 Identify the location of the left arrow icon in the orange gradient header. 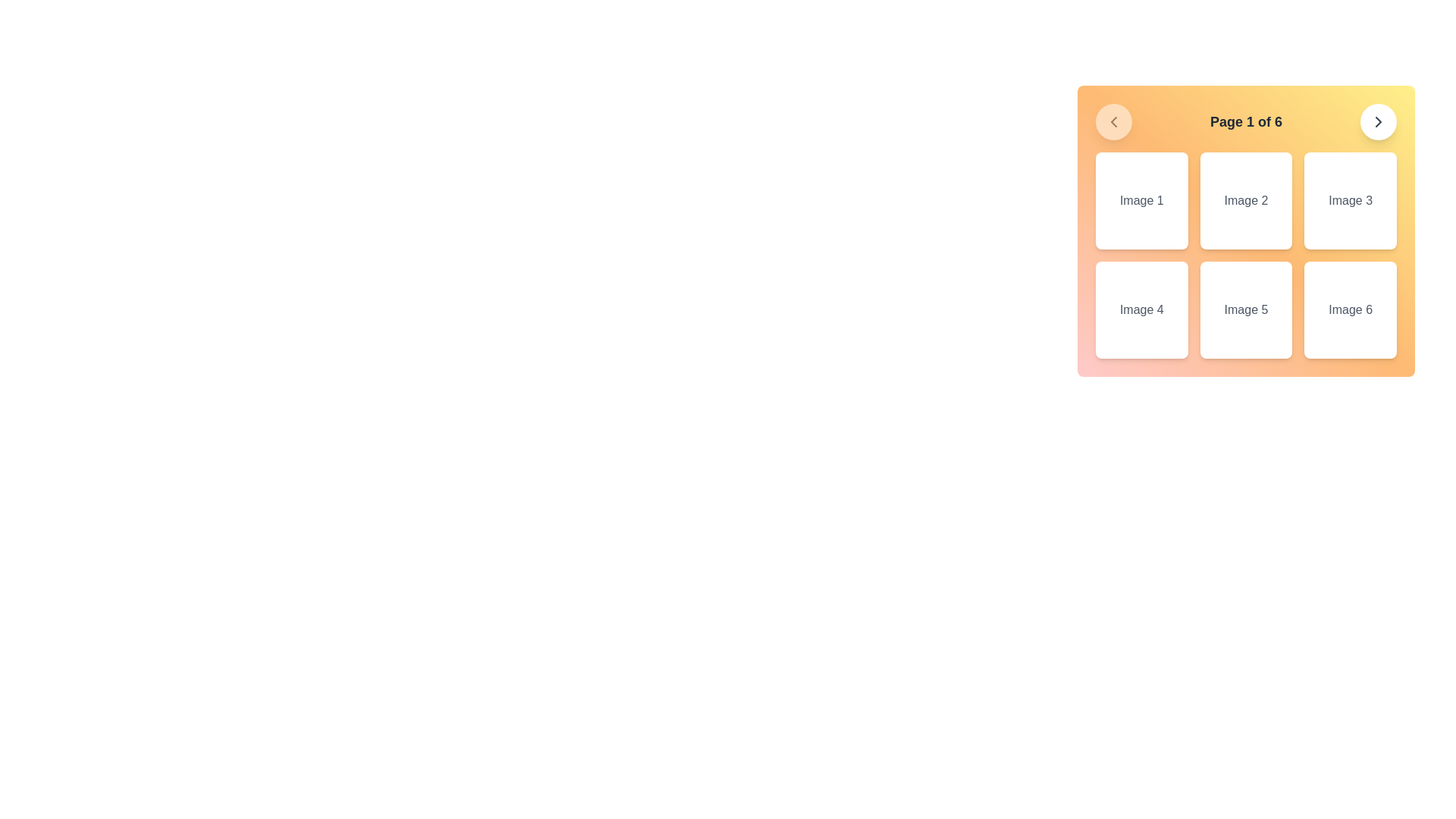
(1113, 121).